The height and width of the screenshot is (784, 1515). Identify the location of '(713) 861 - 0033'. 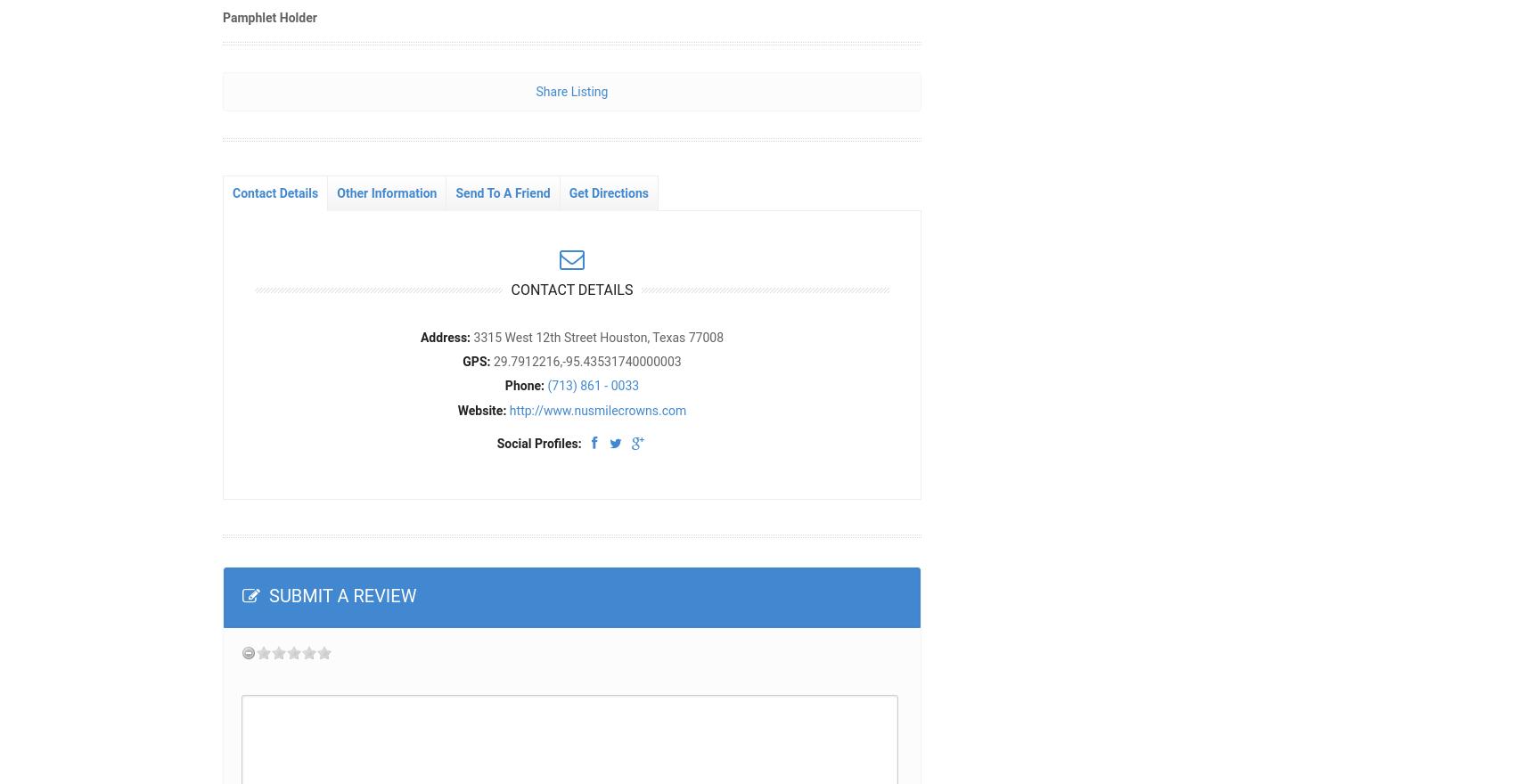
(593, 385).